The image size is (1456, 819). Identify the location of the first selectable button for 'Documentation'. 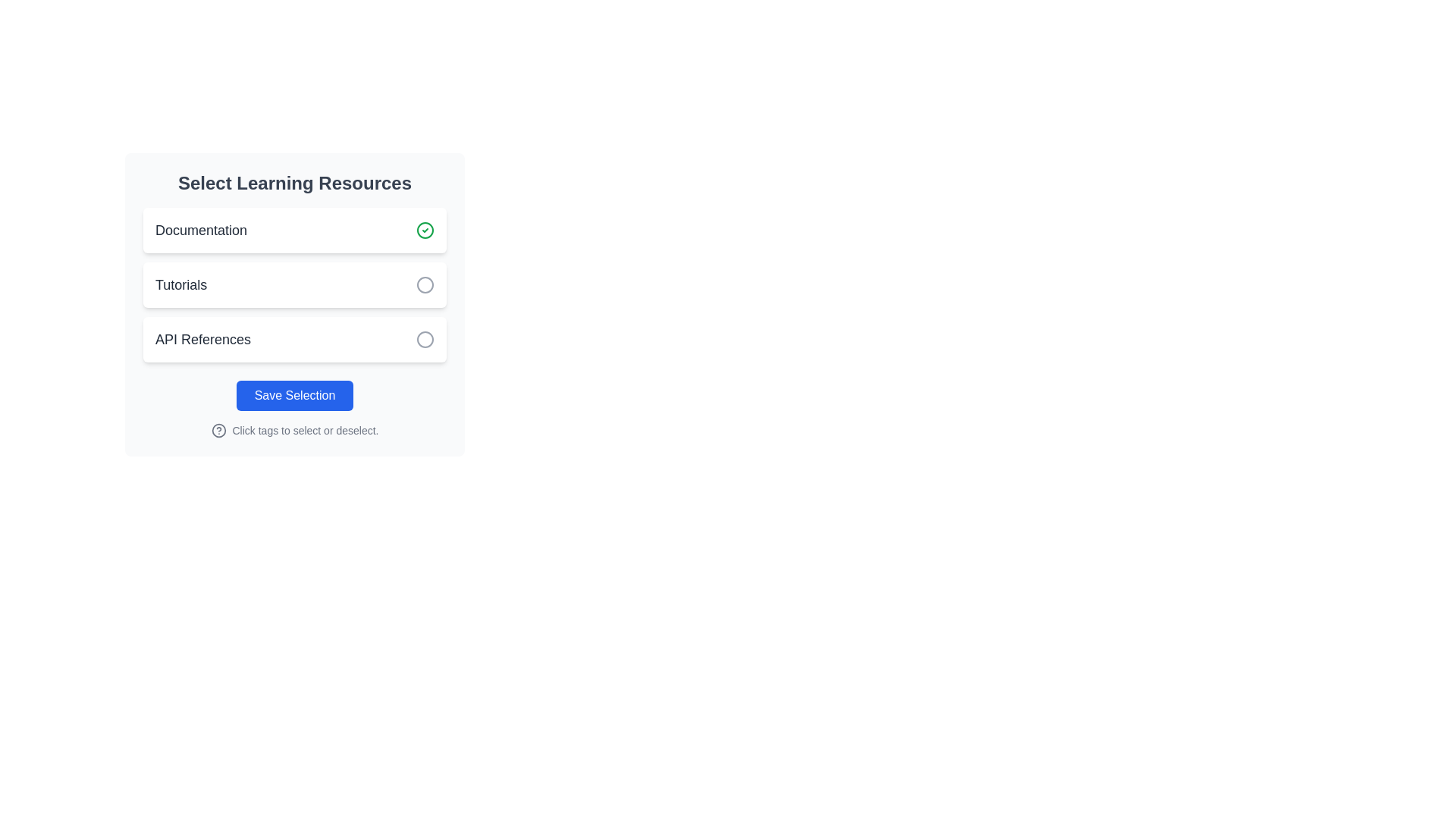
(294, 231).